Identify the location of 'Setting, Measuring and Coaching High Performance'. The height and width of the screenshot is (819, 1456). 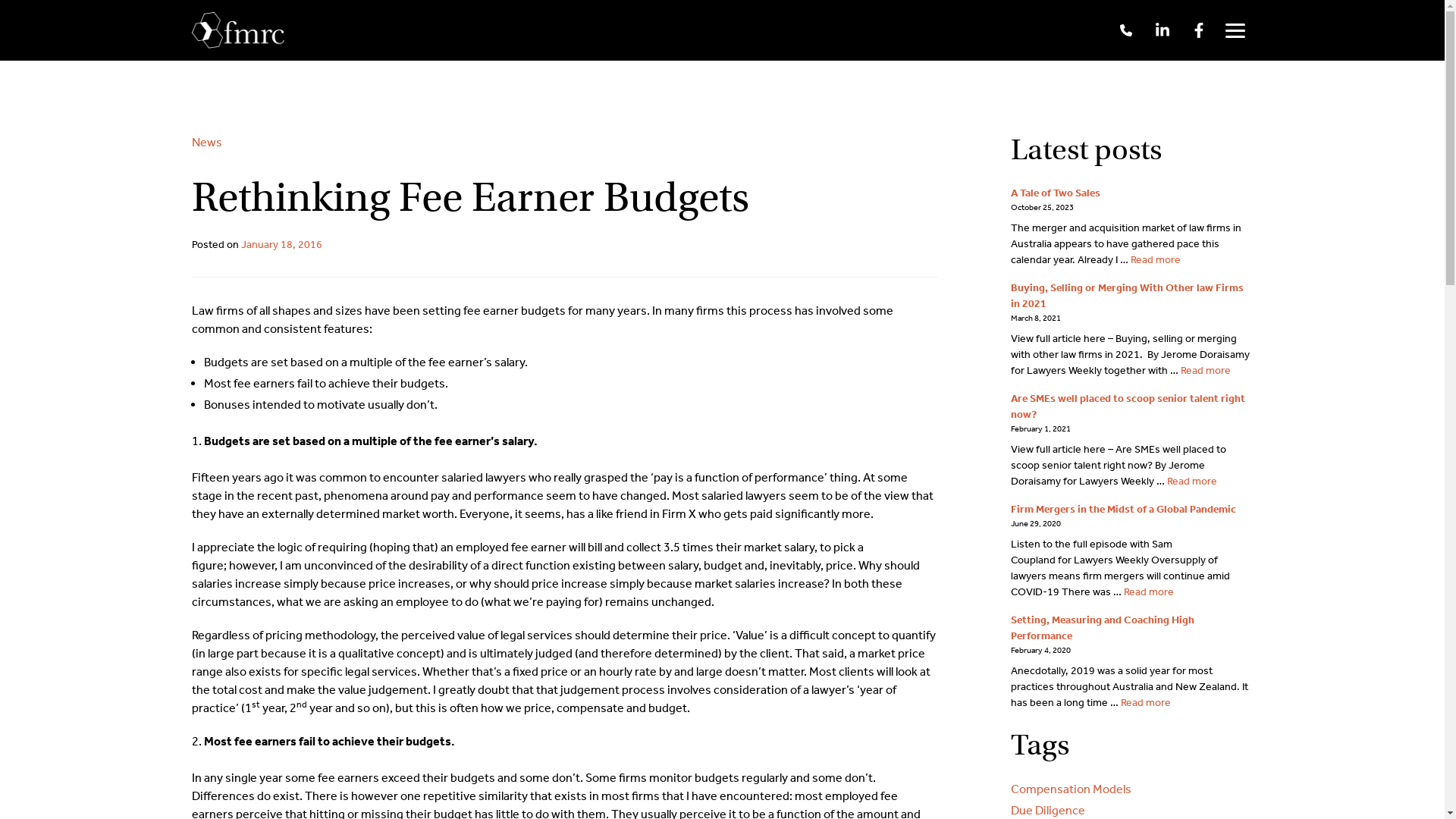
(1102, 628).